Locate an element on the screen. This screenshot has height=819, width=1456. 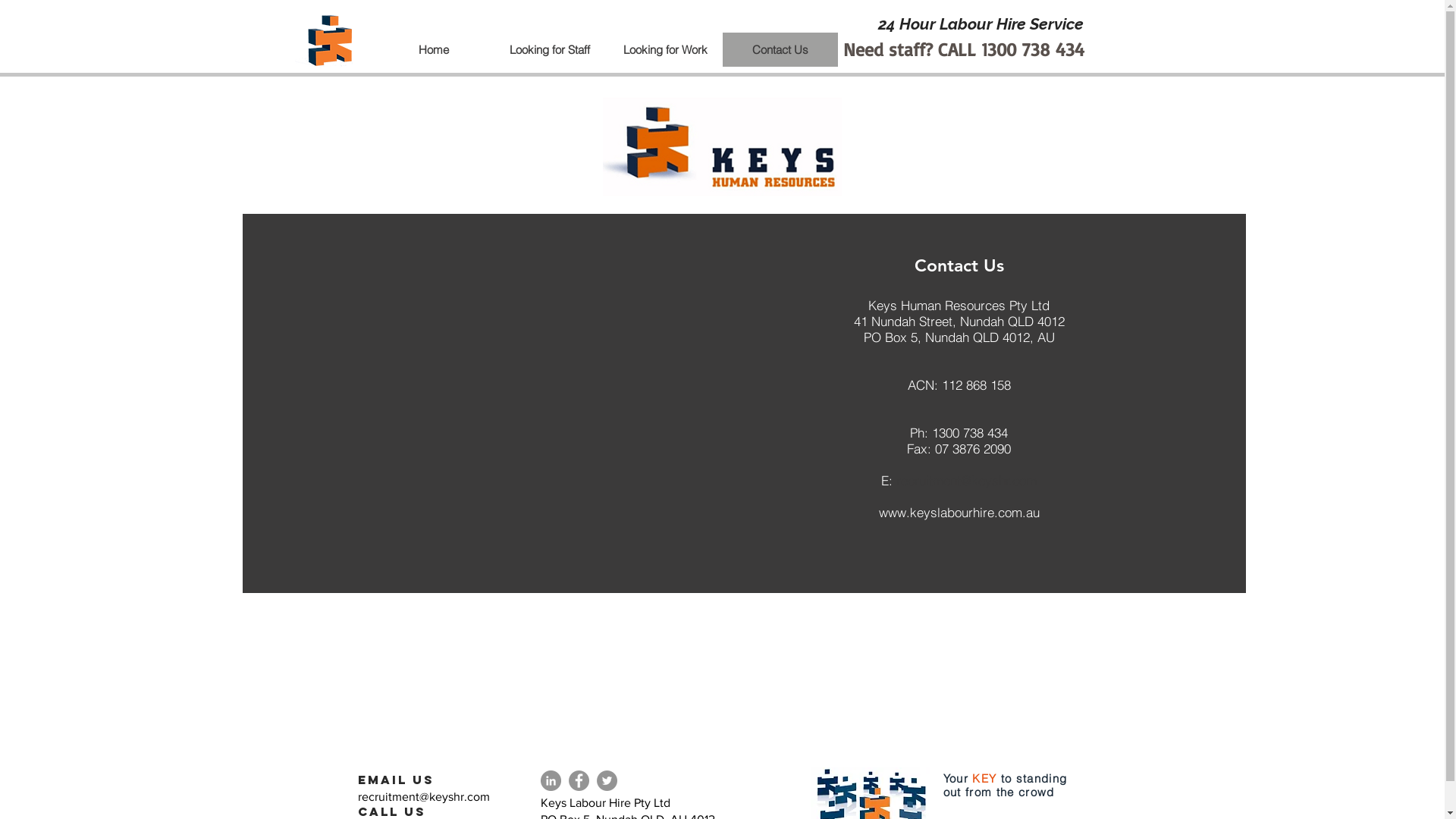
'recruitment@keyshr.com' is located at coordinates (423, 795).